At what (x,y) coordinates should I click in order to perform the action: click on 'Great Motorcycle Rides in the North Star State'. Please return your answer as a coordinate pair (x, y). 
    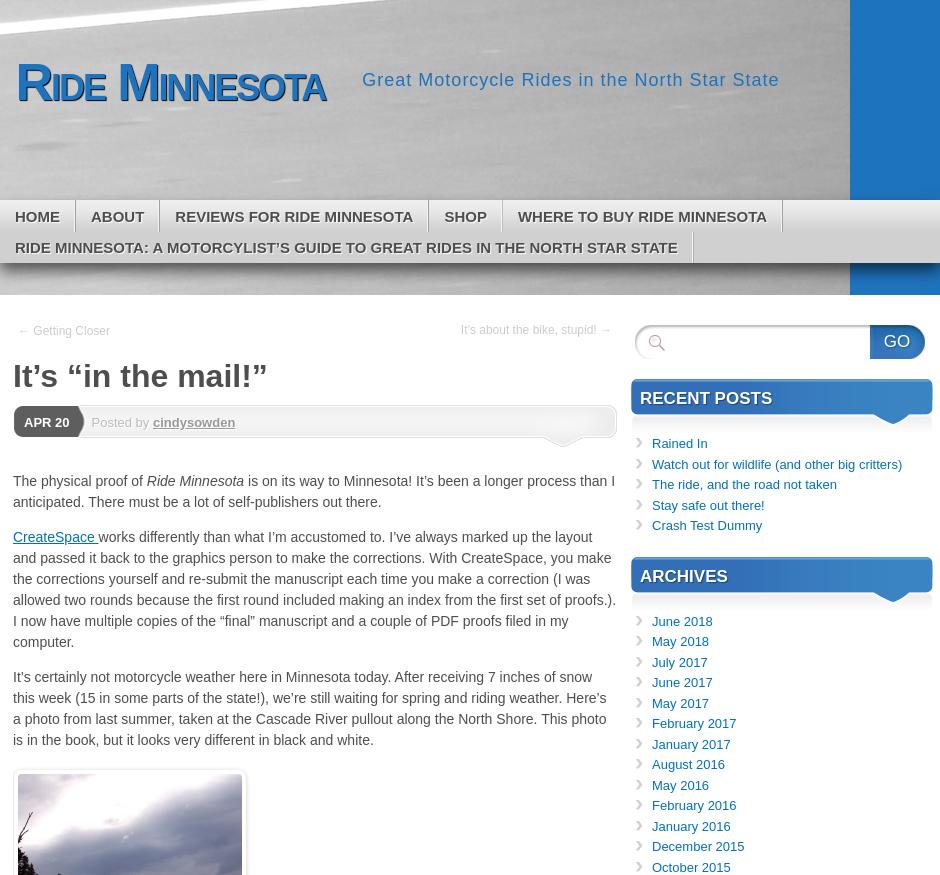
    Looking at the image, I should click on (570, 79).